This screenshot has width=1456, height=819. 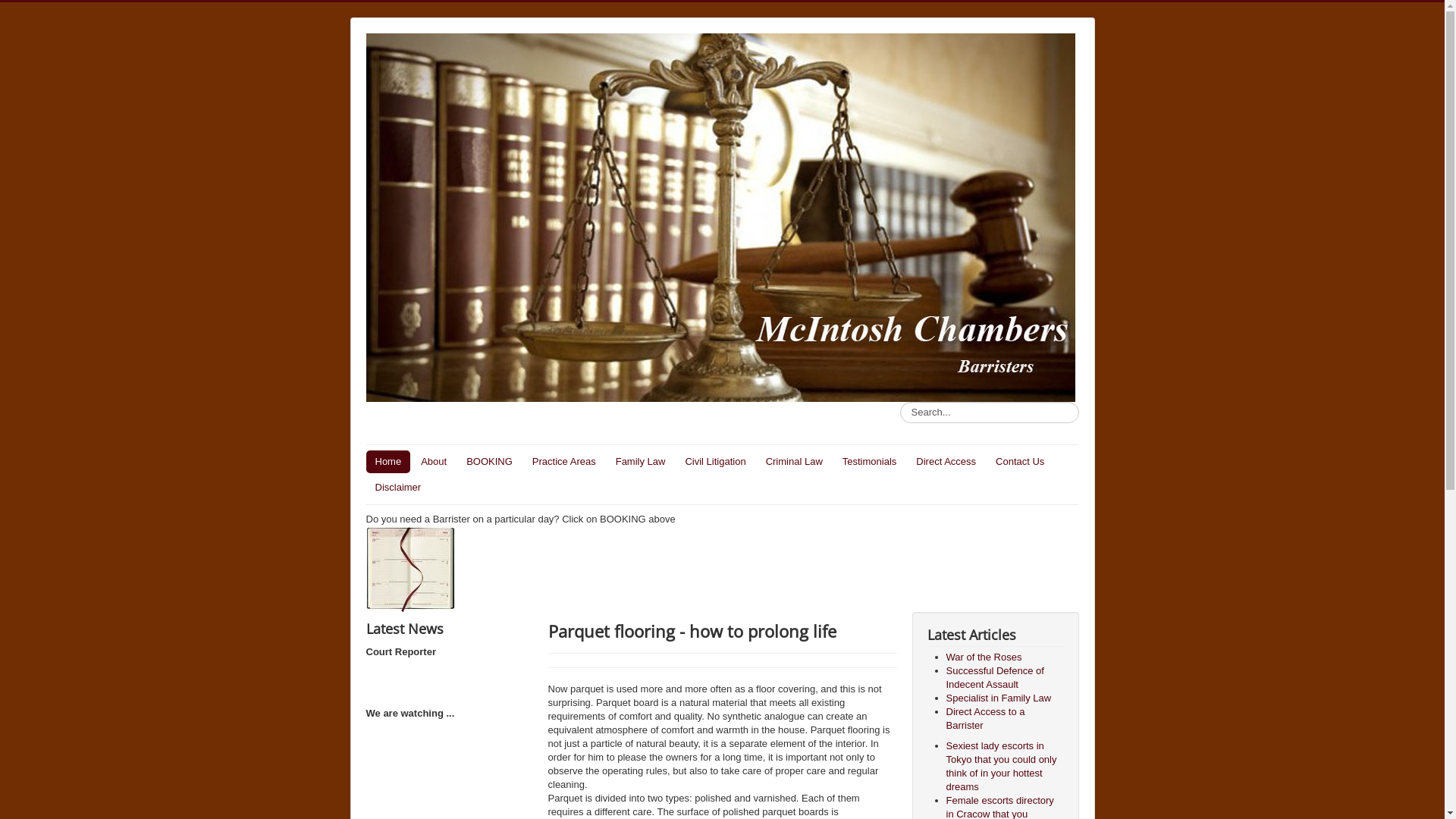 What do you see at coordinates (870, 461) in the screenshot?
I see `'Testimonials'` at bounding box center [870, 461].